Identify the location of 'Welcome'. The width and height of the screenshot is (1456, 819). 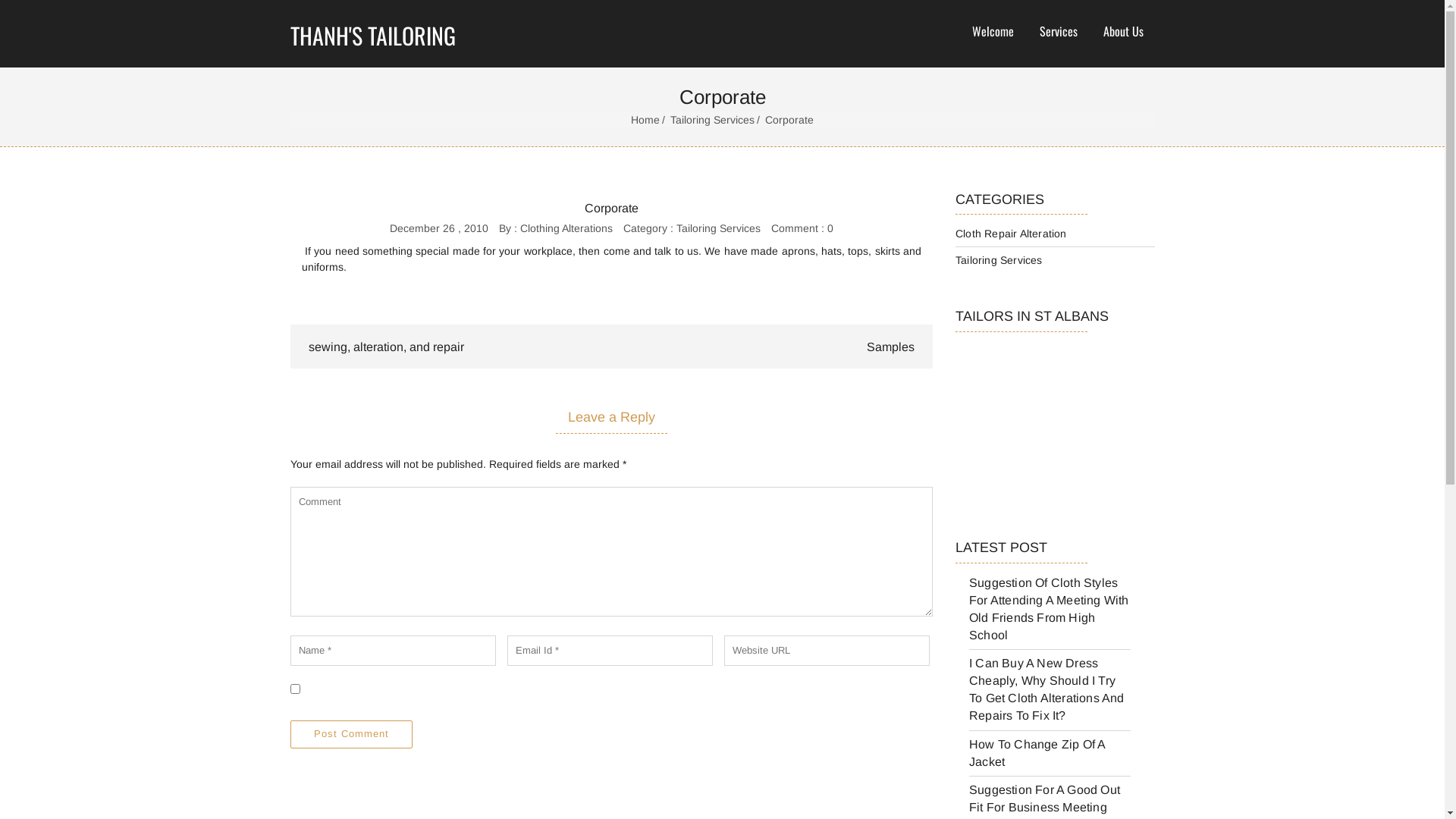
(993, 32).